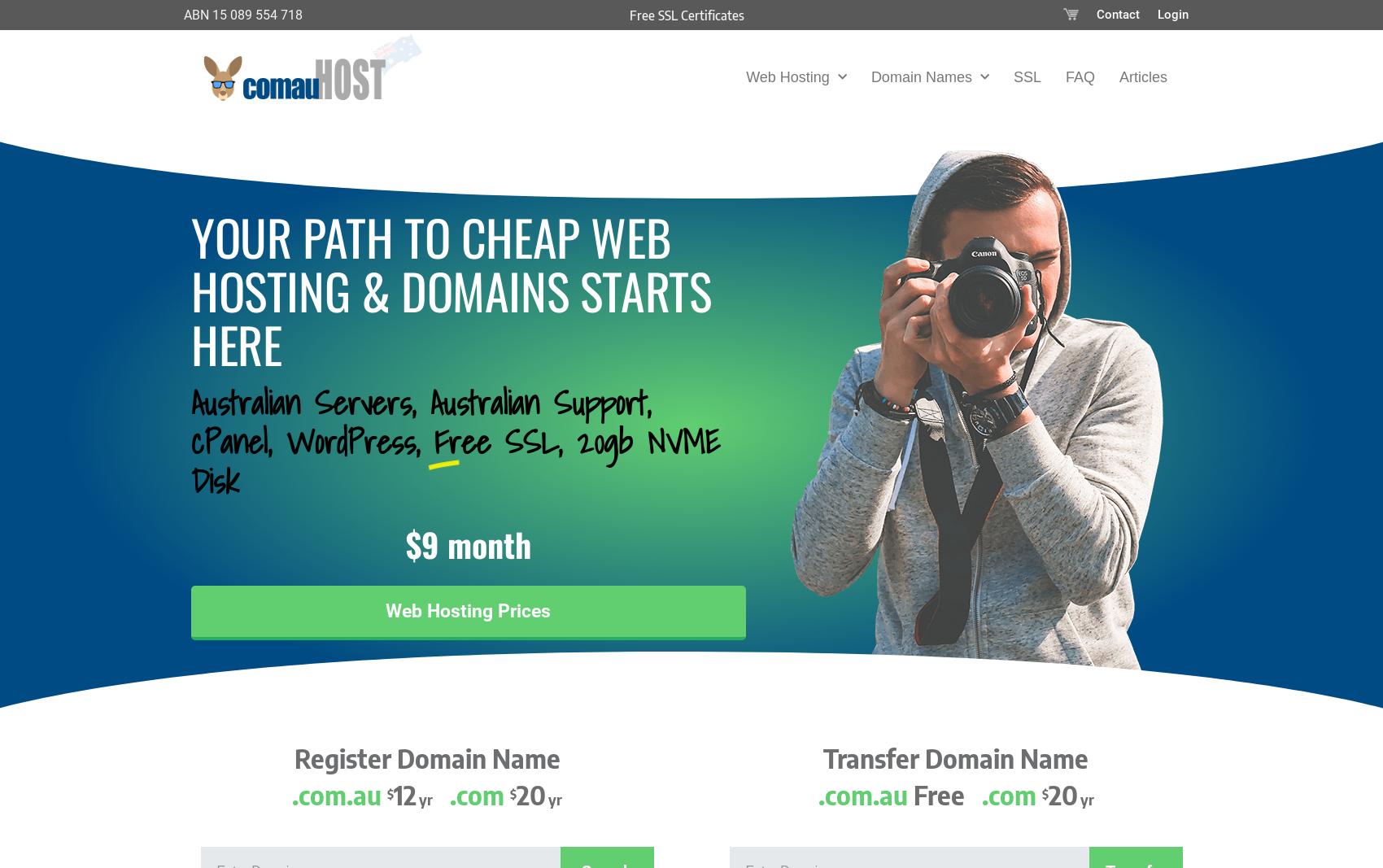 This screenshot has height=868, width=1383. I want to click on 'SSL', so click(1012, 76).